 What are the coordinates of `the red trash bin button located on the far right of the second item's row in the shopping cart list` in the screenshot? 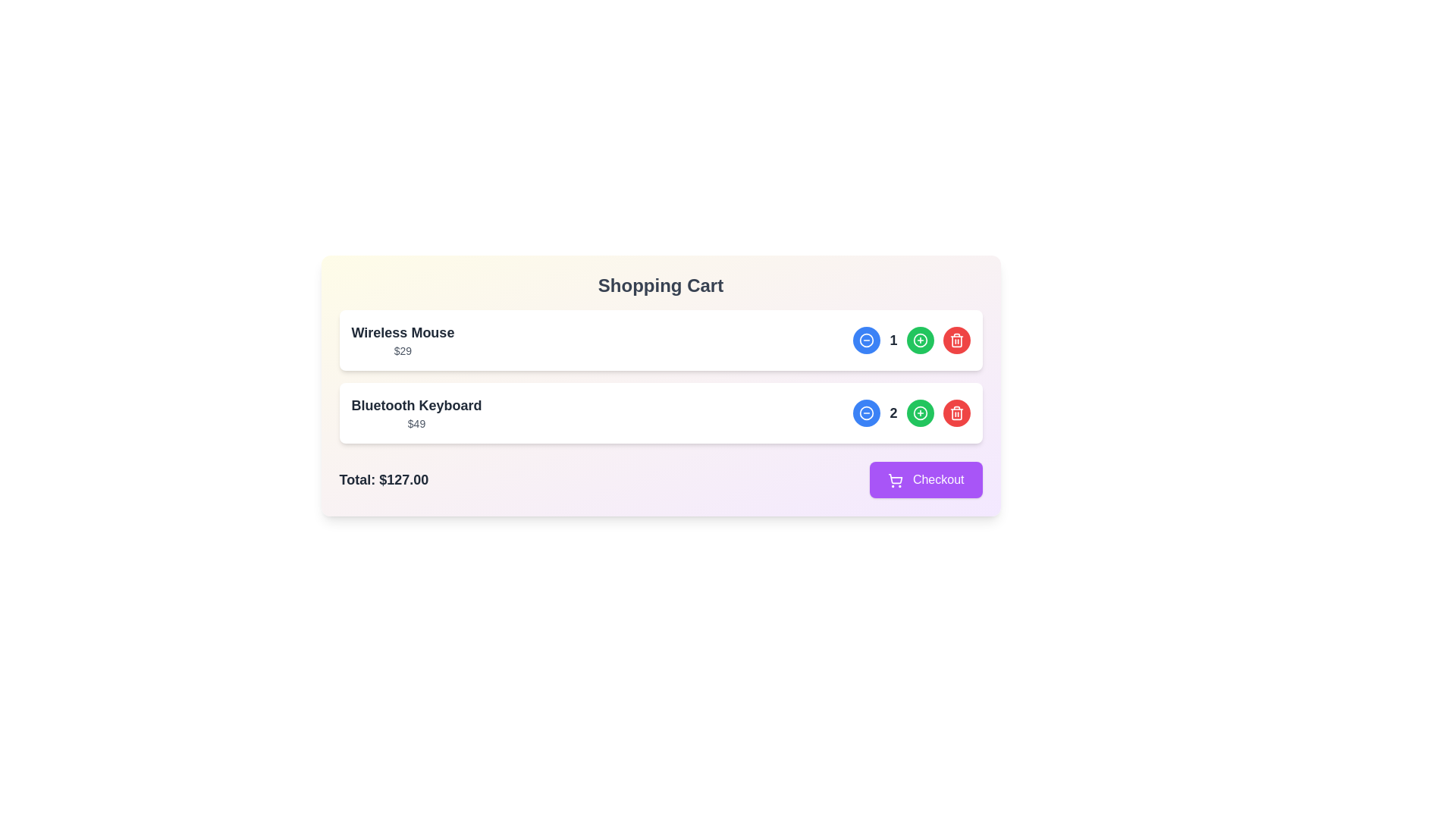 It's located at (955, 413).